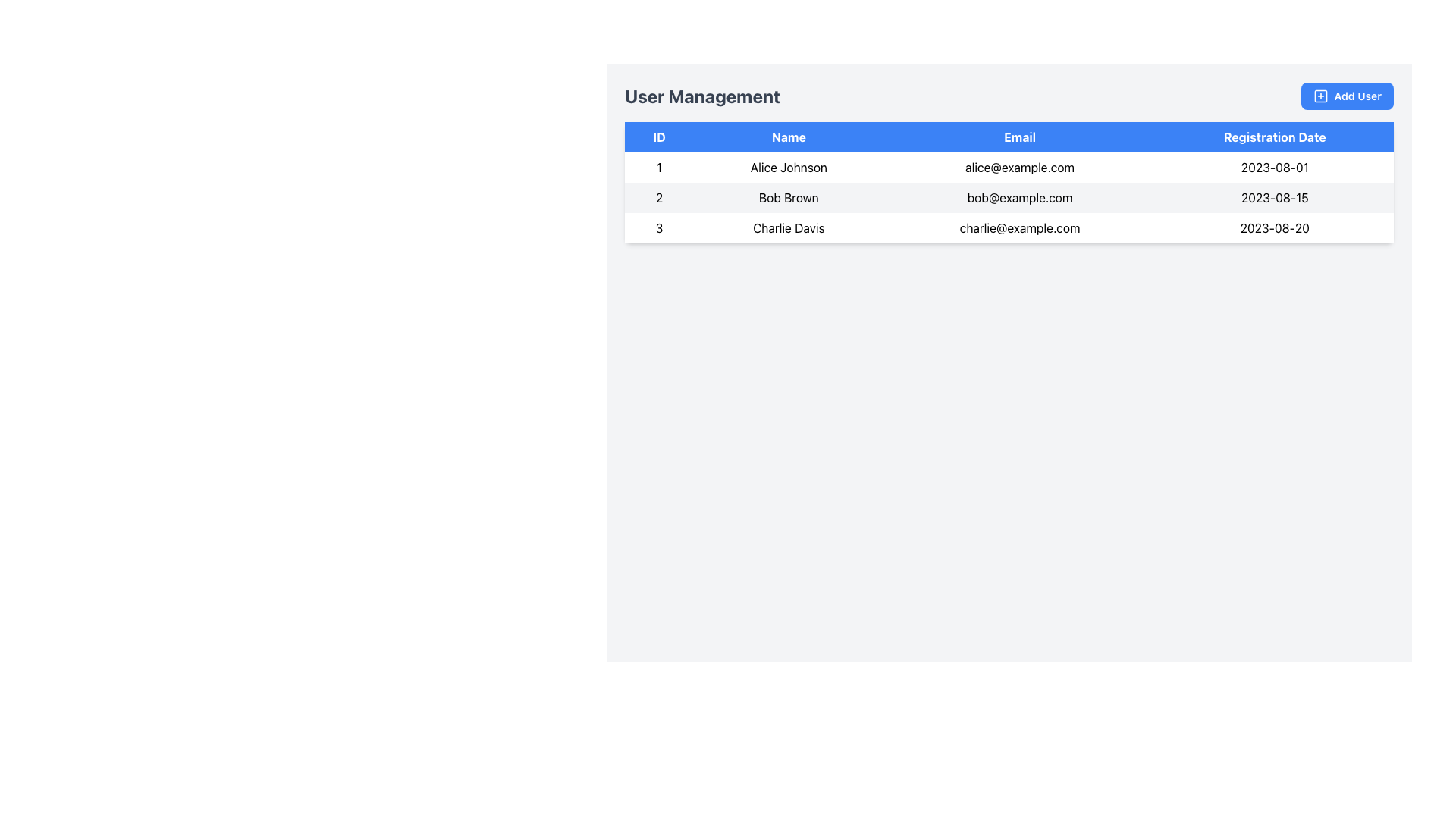 The image size is (1456, 819). I want to click on the numeral '2' displayed in black text, located in the first cell of the second row under the 'ID' column of a table, so click(659, 197).